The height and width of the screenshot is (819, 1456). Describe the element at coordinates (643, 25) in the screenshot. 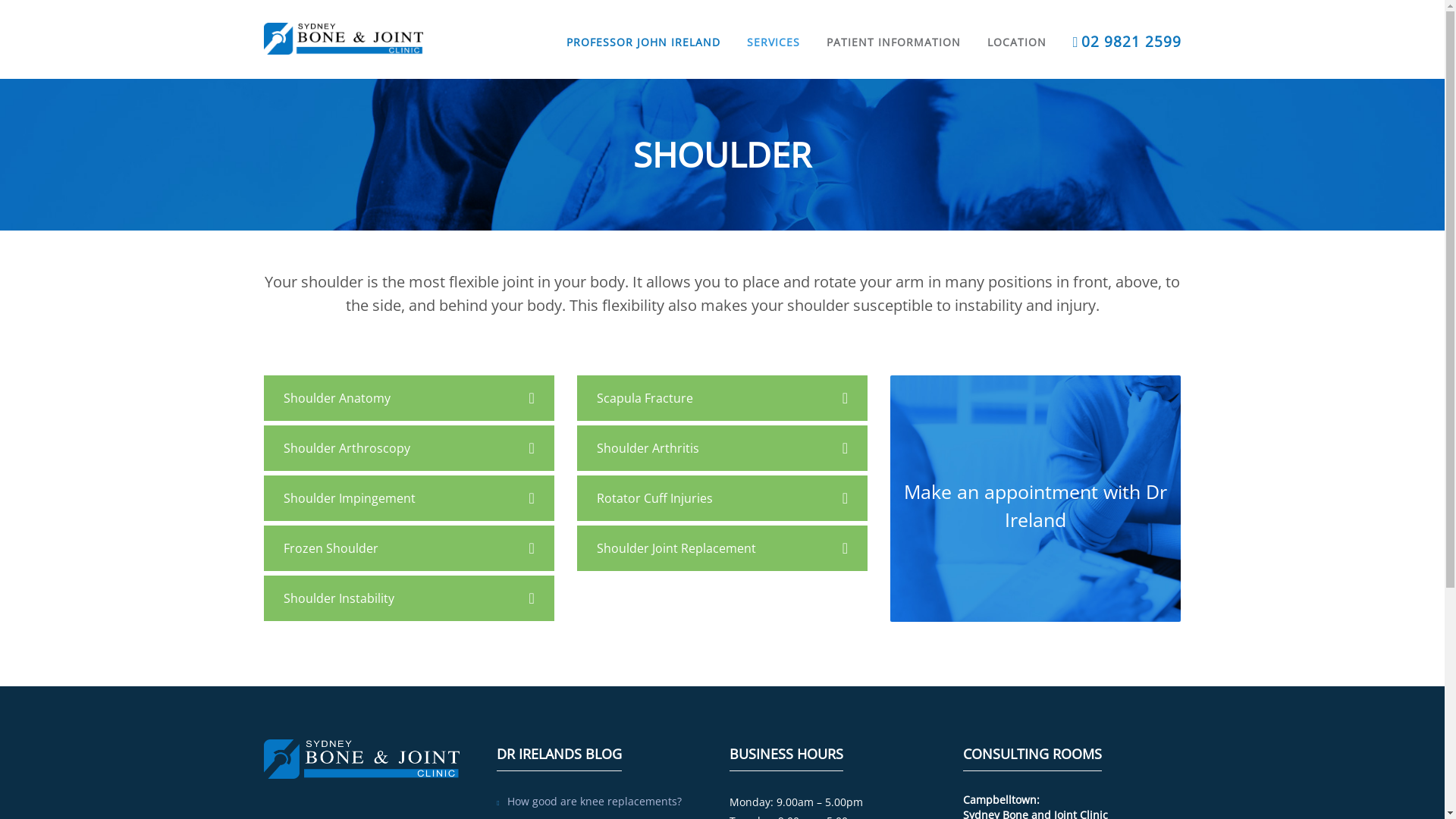

I see `'PROFESSOR JOHN IRELAND'` at that location.